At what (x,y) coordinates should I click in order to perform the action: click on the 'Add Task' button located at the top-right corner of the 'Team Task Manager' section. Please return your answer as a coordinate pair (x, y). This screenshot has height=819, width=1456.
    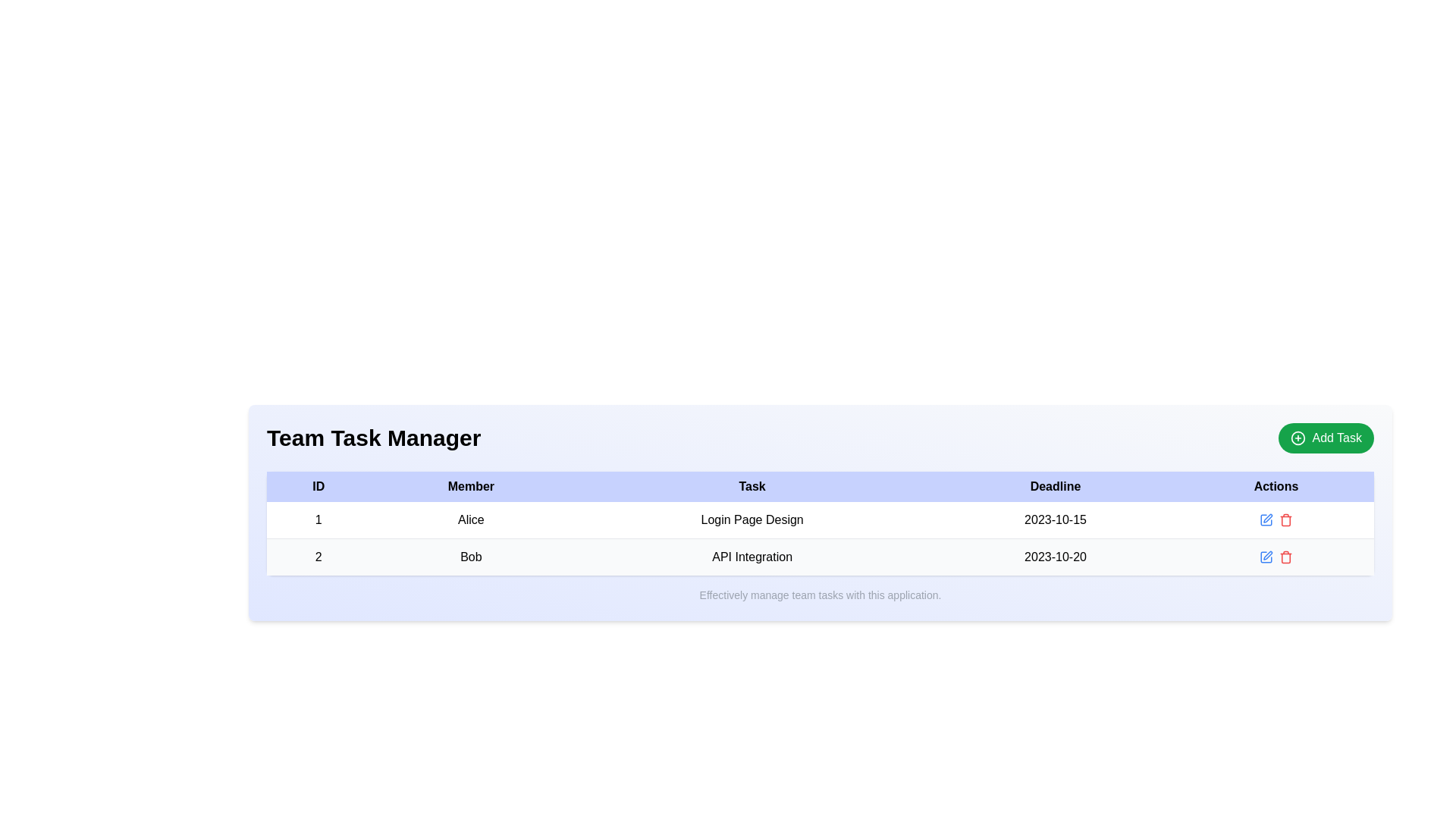
    Looking at the image, I should click on (1326, 438).